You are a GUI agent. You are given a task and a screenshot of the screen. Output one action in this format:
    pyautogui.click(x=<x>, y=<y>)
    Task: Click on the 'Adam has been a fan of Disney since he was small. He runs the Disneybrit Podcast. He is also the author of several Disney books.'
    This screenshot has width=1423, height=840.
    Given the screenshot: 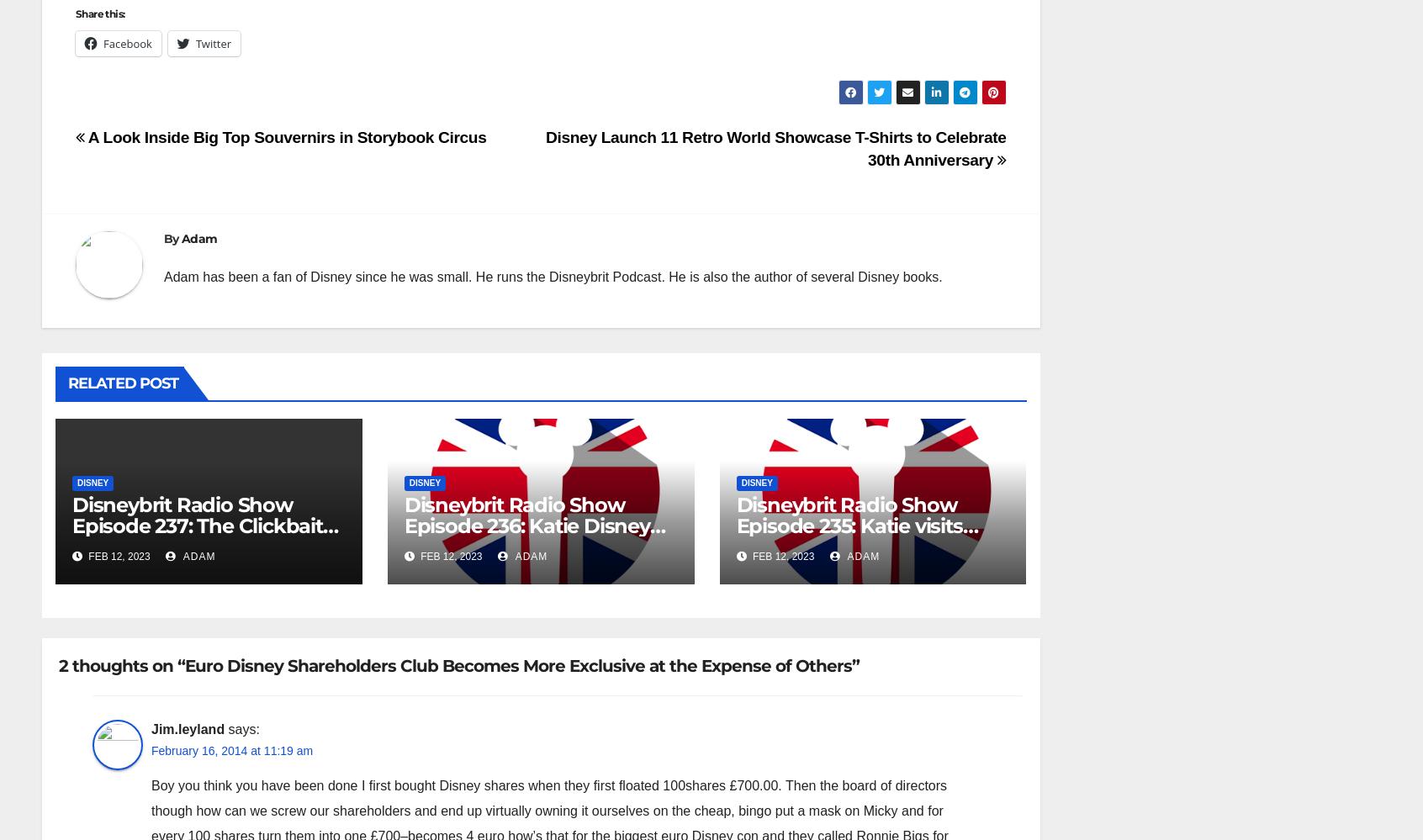 What is the action you would take?
    pyautogui.click(x=553, y=276)
    